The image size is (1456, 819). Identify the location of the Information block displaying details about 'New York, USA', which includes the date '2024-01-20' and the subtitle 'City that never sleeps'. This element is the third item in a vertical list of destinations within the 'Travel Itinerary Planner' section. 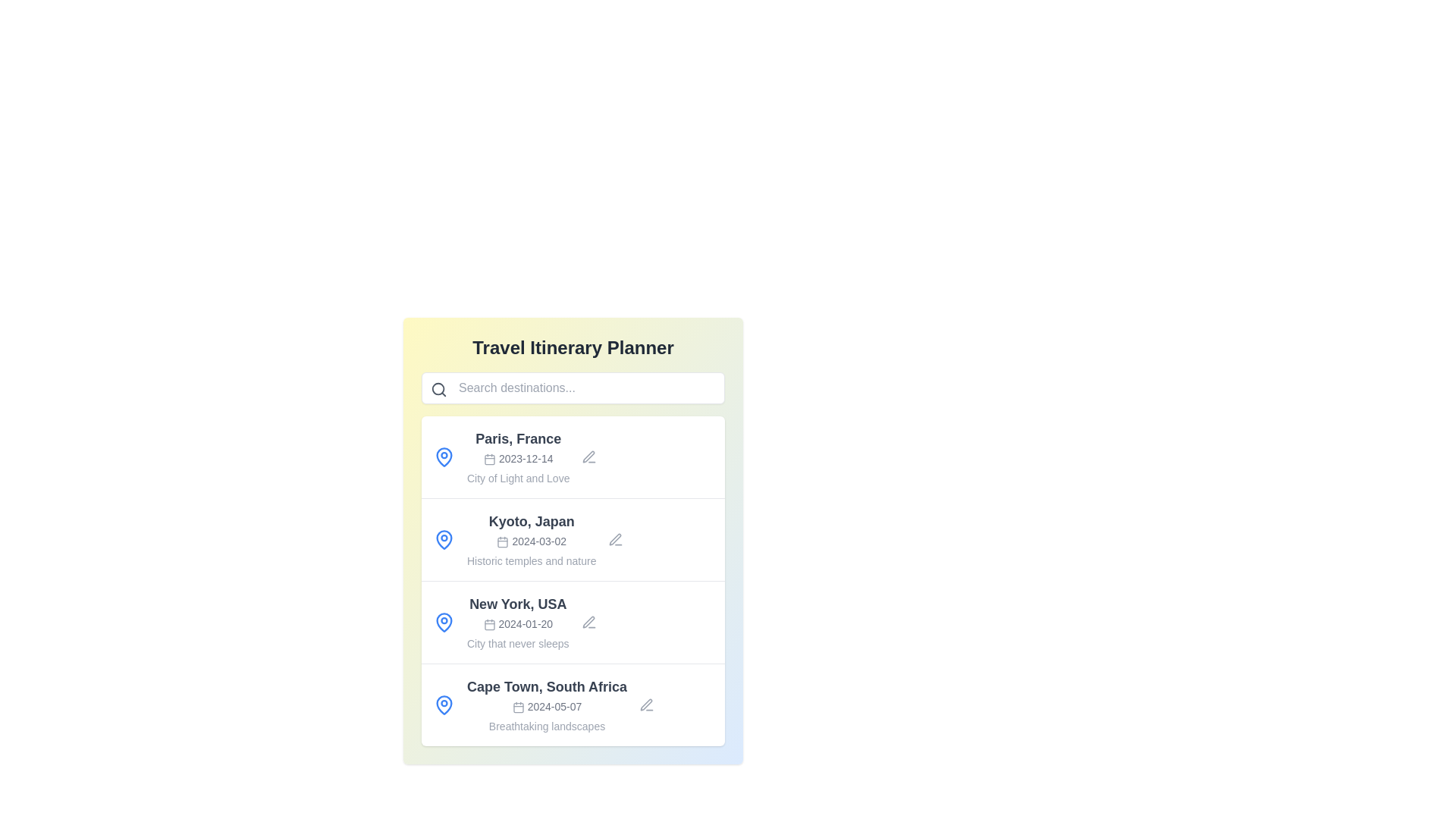
(518, 623).